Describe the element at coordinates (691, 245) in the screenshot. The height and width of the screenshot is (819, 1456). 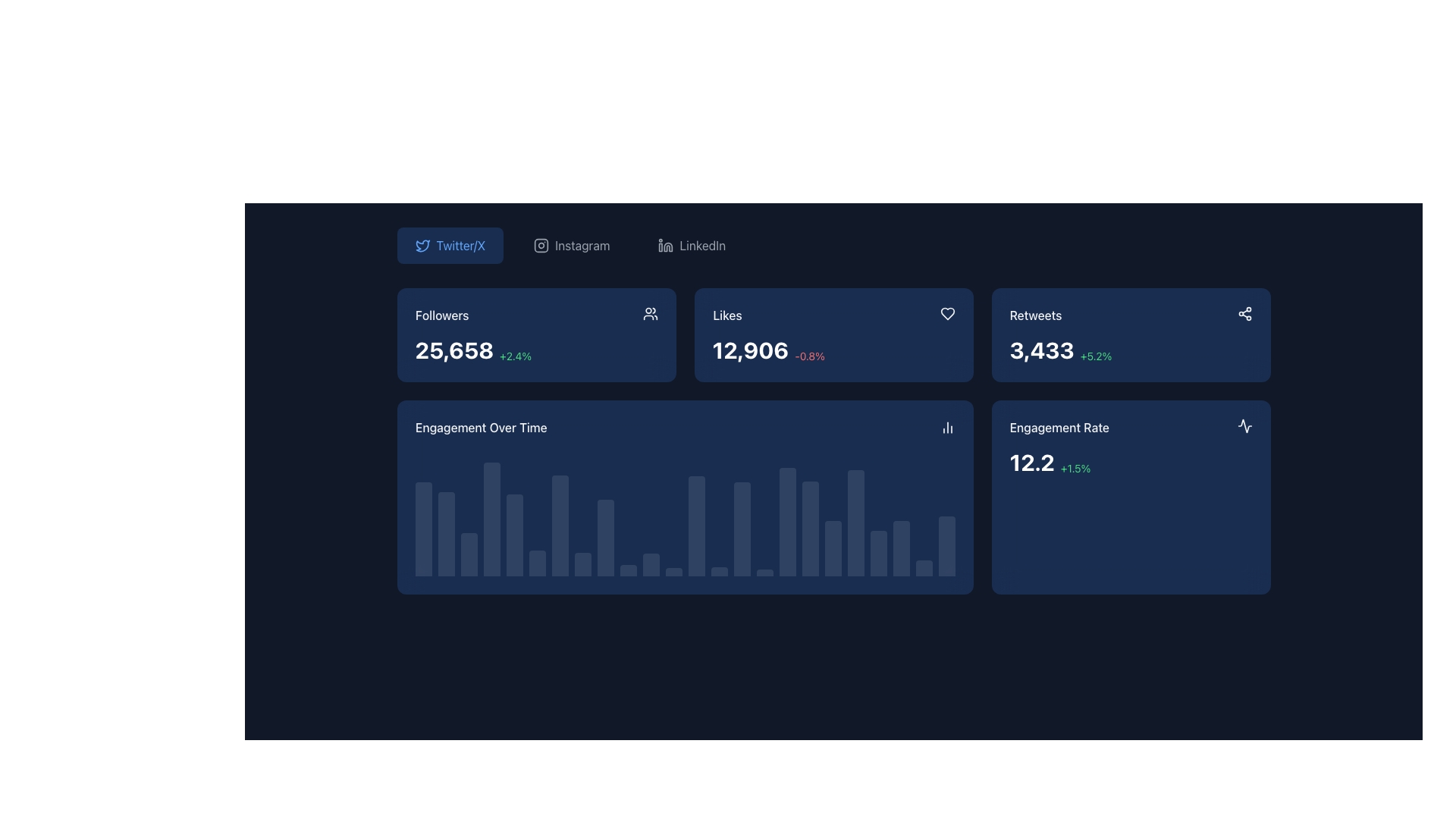
I see `the LinkedIn button located in the top-center portion of the interface, which is the third button in a group after Twitter/X and Instagram buttons` at that location.